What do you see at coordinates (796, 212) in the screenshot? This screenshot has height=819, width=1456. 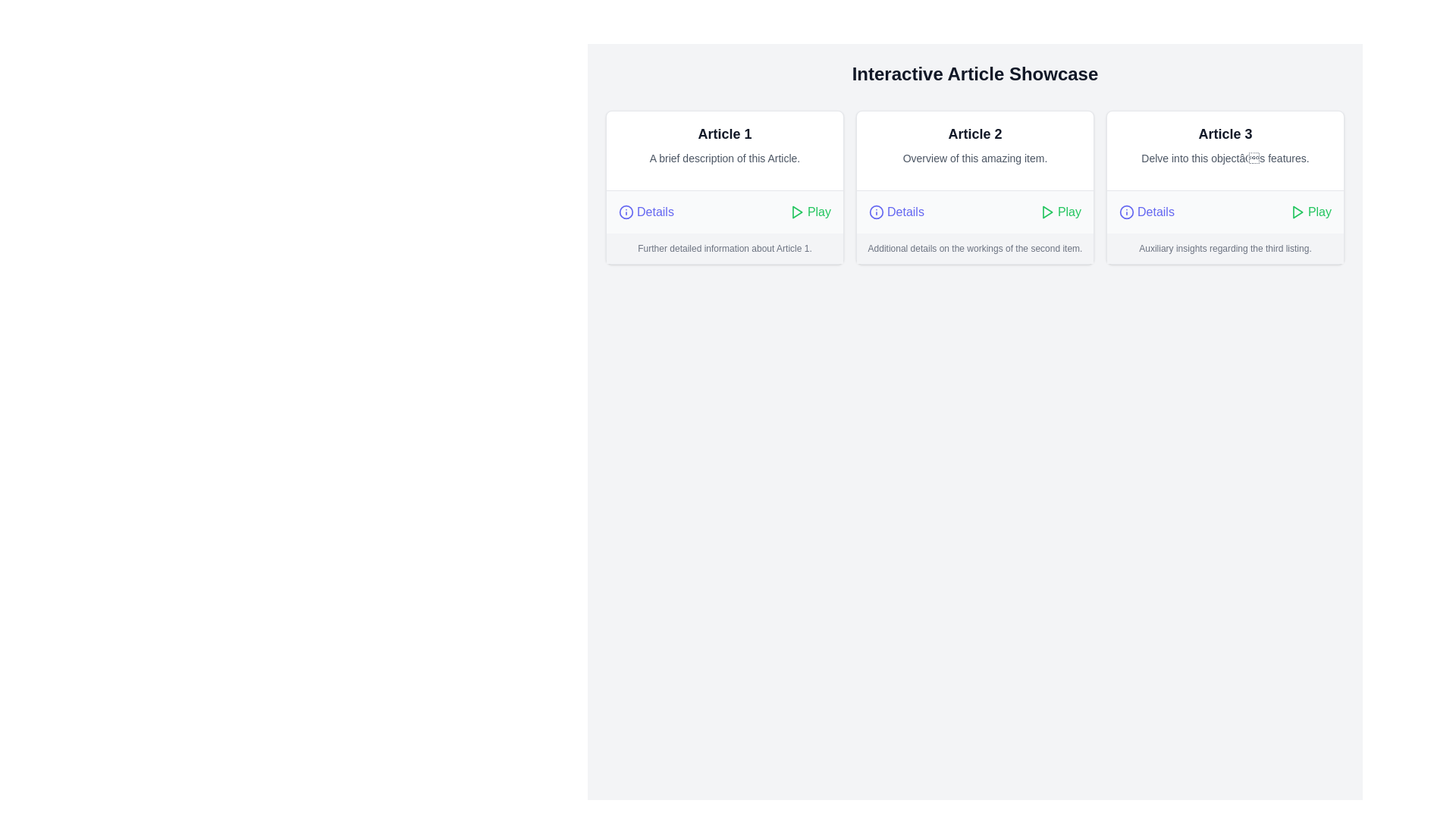 I see `the triangular-shaped play button icon with a green outline located in the lower section of the 'Article 1' card, next to the 'Details' link` at bounding box center [796, 212].